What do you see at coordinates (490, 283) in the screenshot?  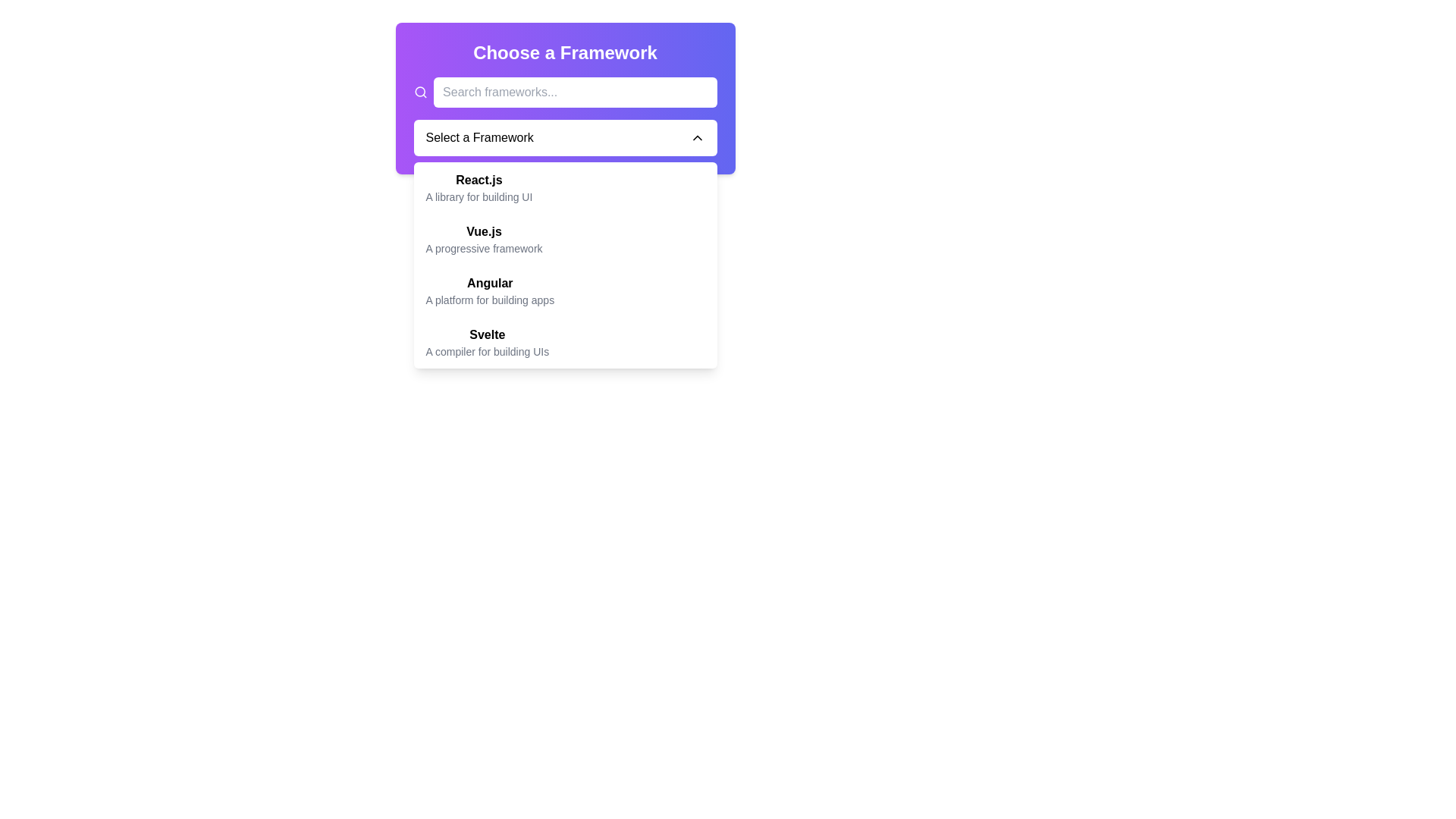 I see `the bold black text label reading 'Angular', which is the title of a framework option in the dropdown list titled 'Select a Framework'` at bounding box center [490, 283].